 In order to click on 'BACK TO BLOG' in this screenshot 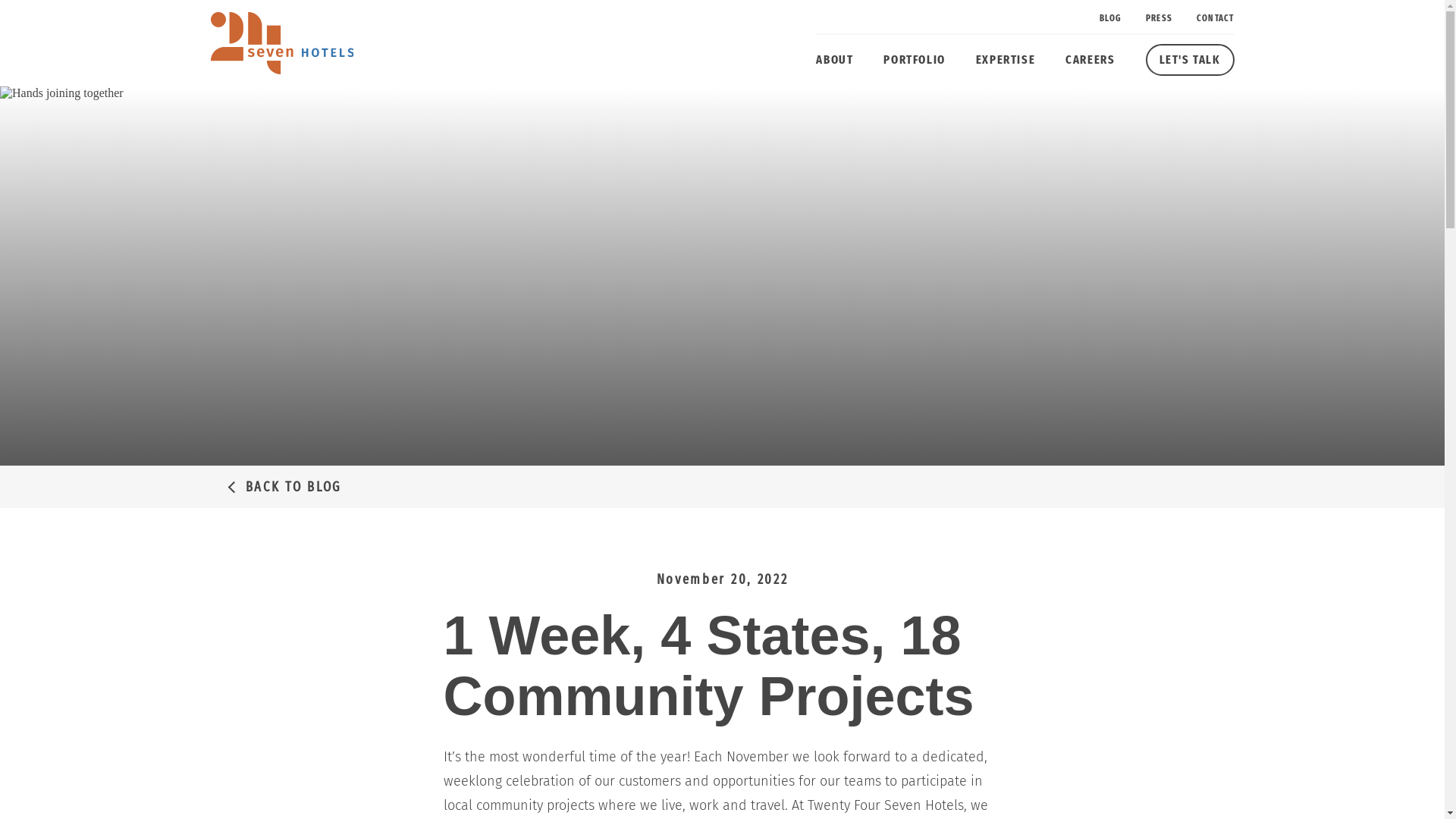, I will do `click(236, 486)`.